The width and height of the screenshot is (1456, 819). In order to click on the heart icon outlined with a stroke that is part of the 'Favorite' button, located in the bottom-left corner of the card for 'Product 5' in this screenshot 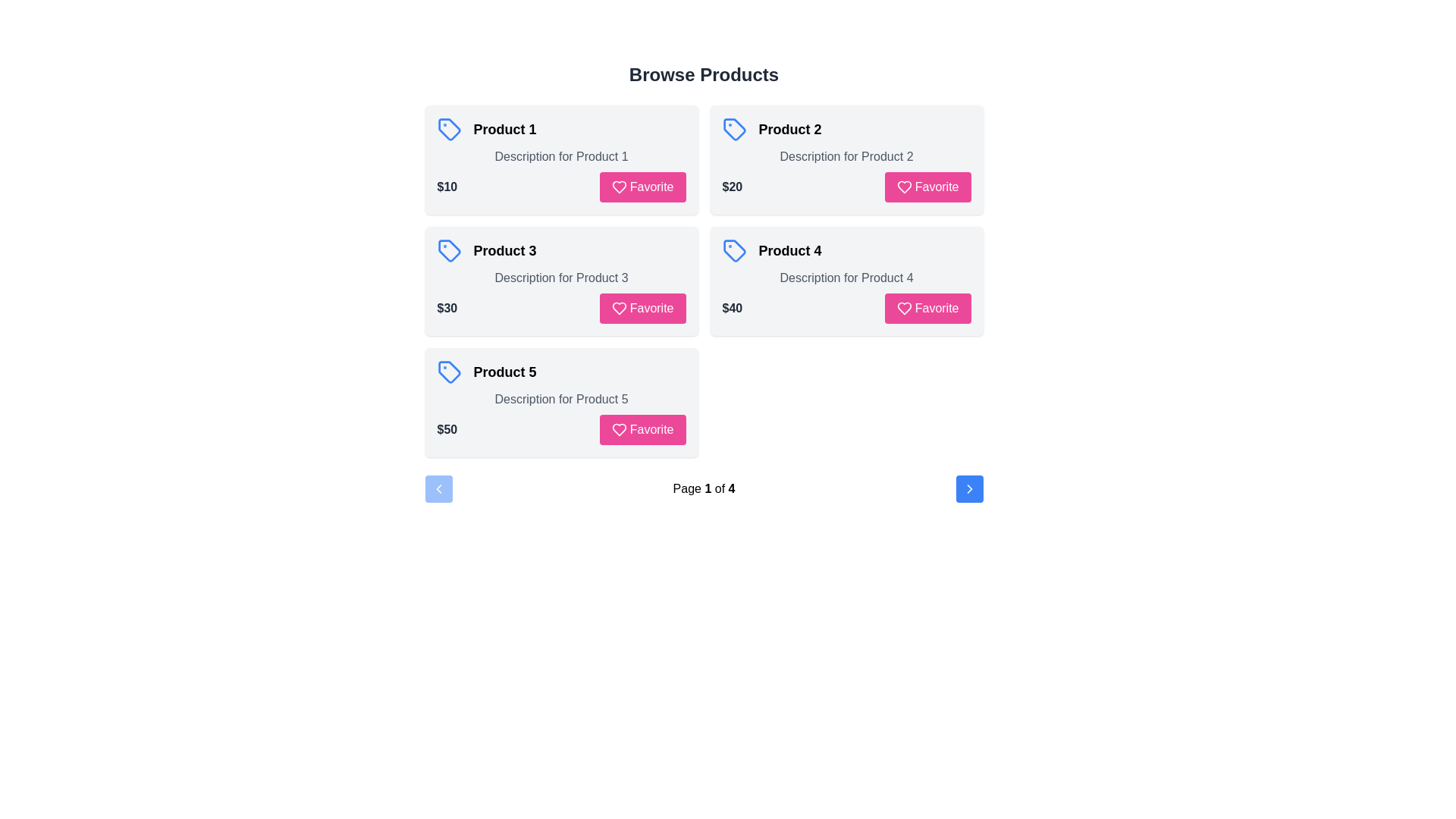, I will do `click(619, 430)`.